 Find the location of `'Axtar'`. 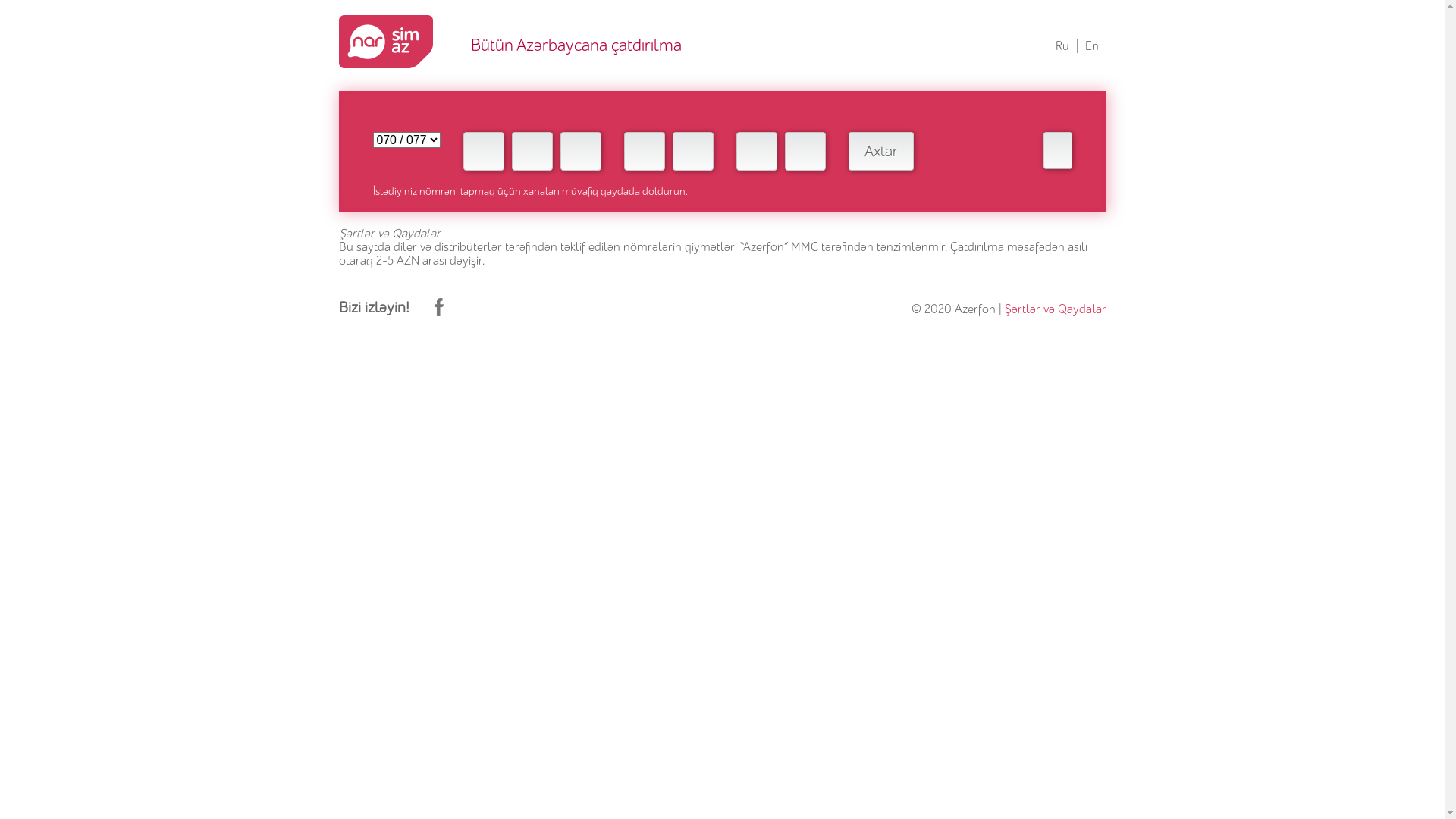

'Axtar' is located at coordinates (880, 151).